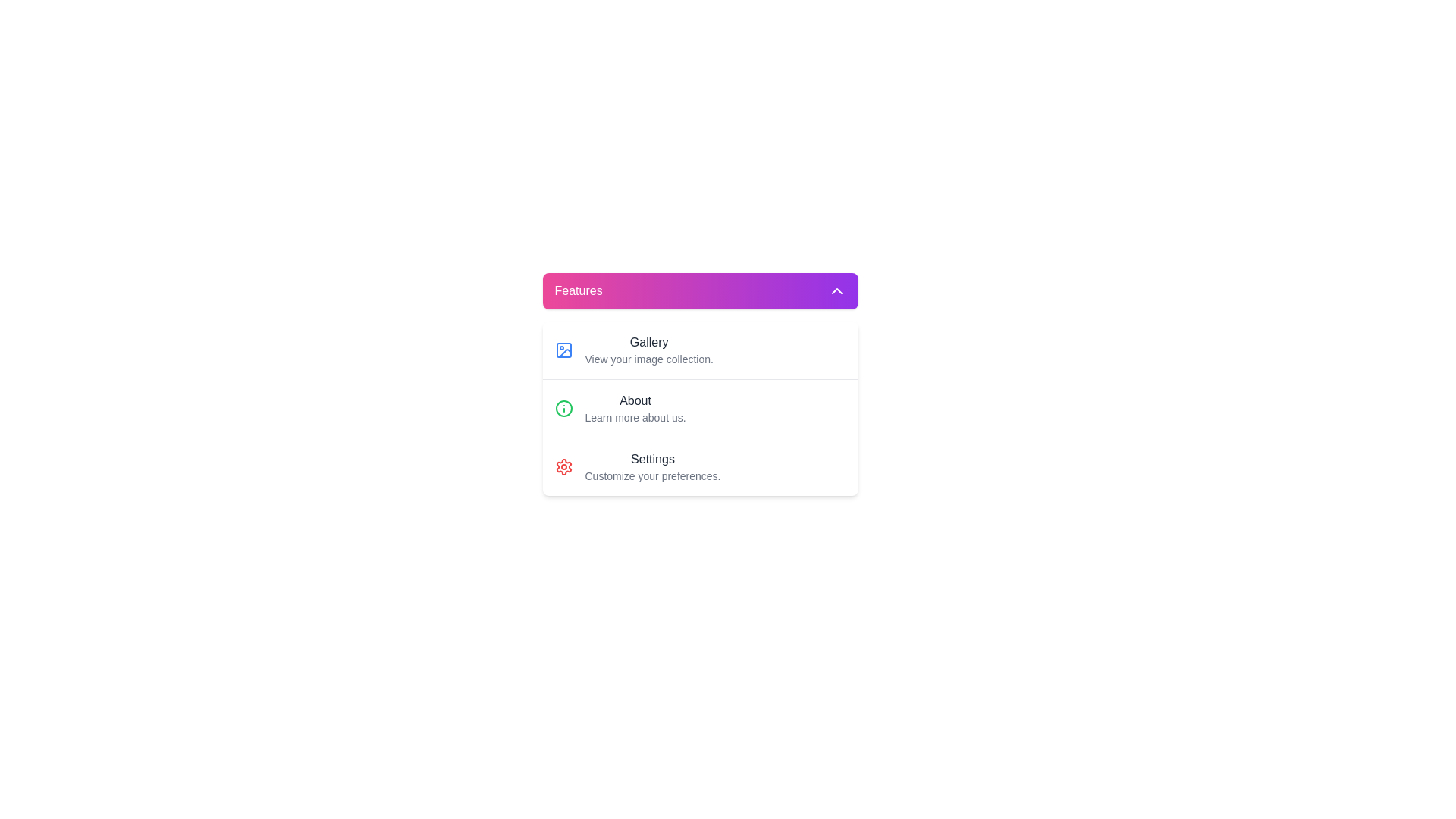  I want to click on the decorative component of the icon representing the Gallery feature located in the top left corner of the Gallery list item within the features section, so click(563, 350).